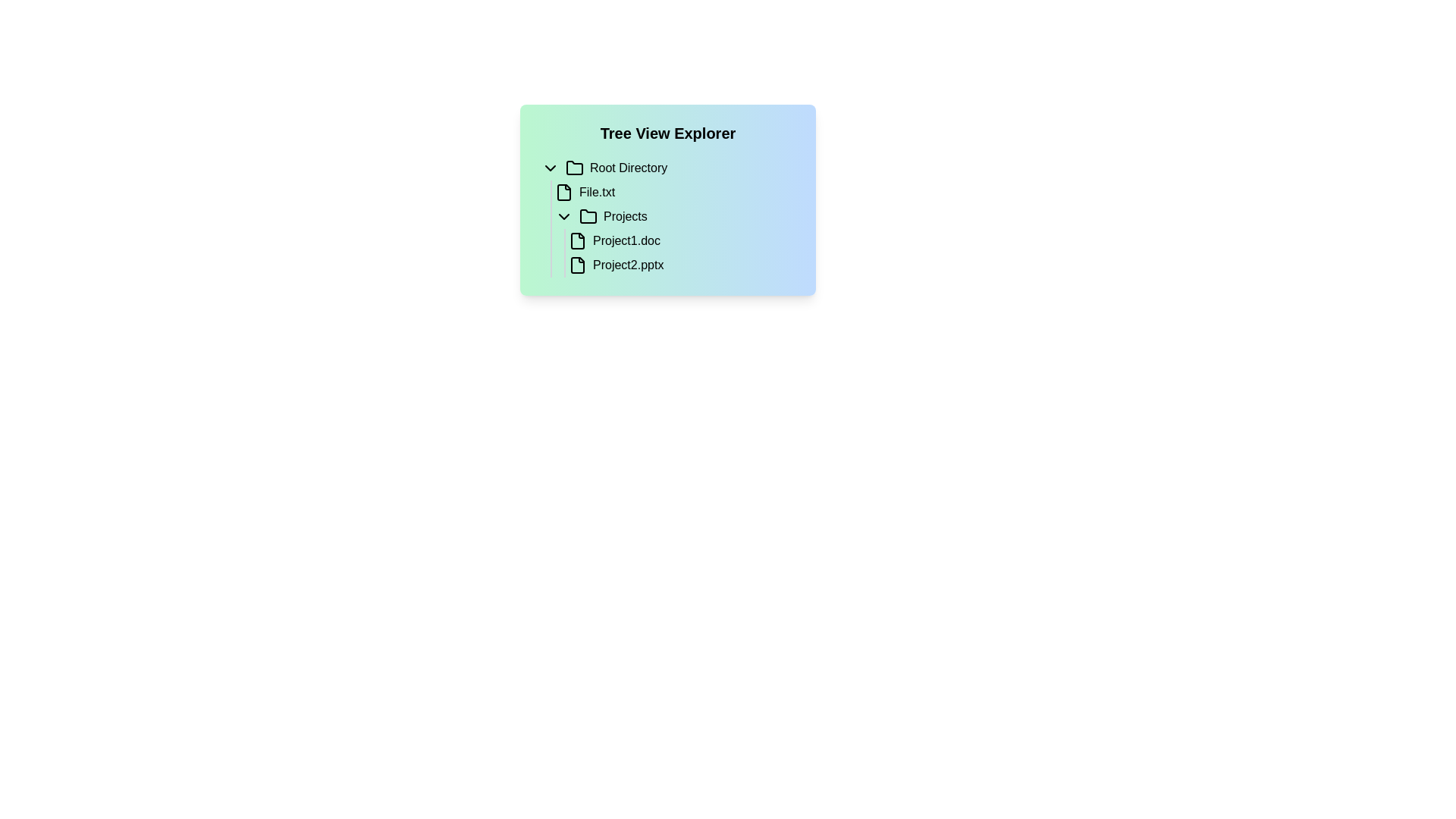 This screenshot has width=1456, height=819. Describe the element at coordinates (563, 192) in the screenshot. I see `the file document icon located next to the text 'File.txt' in the tree-like navigation interface` at that location.